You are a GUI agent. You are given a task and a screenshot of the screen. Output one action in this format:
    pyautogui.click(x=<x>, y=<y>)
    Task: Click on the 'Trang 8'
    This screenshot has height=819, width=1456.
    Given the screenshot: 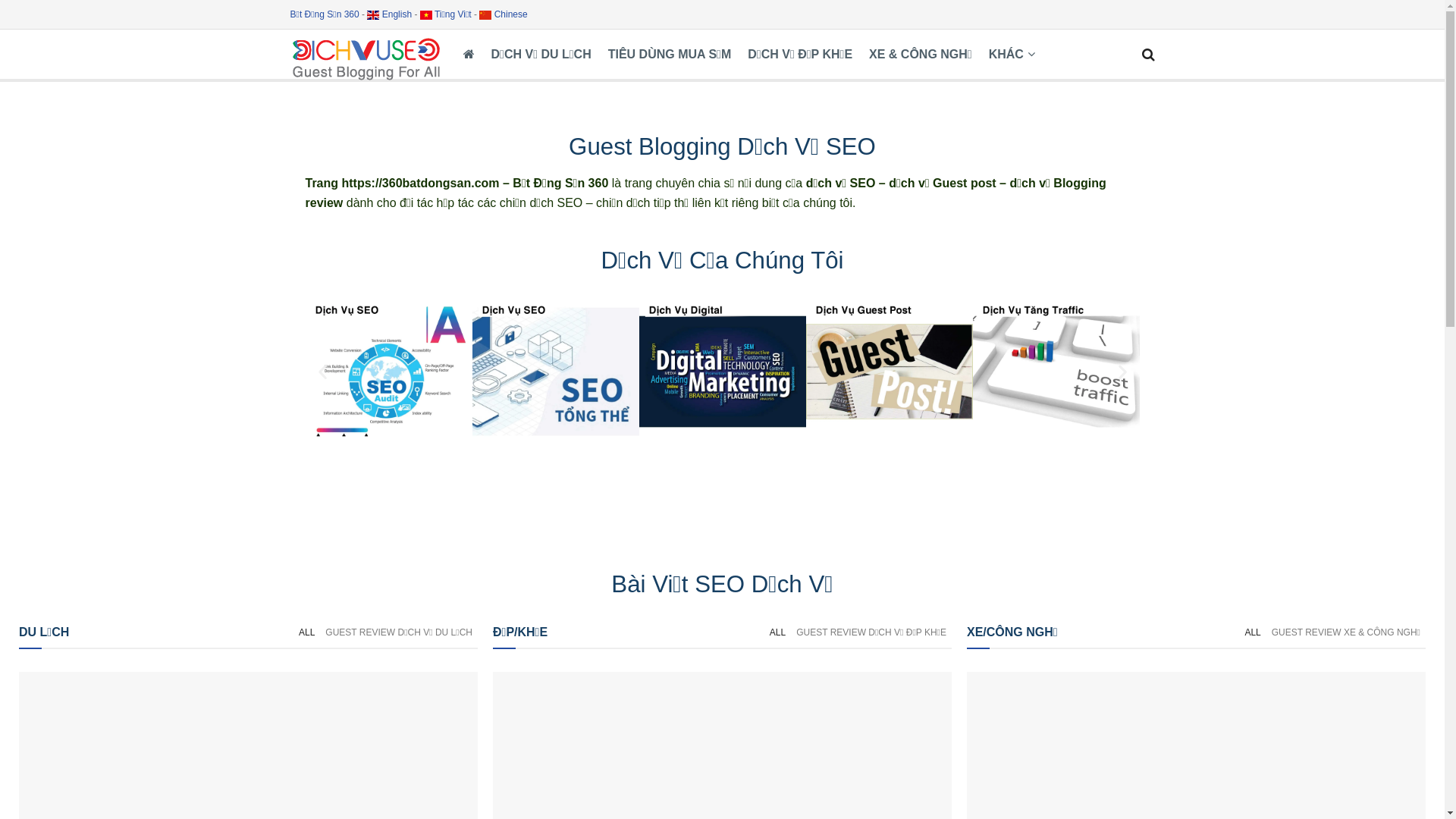 What is the action you would take?
    pyautogui.click(x=1055, y=371)
    